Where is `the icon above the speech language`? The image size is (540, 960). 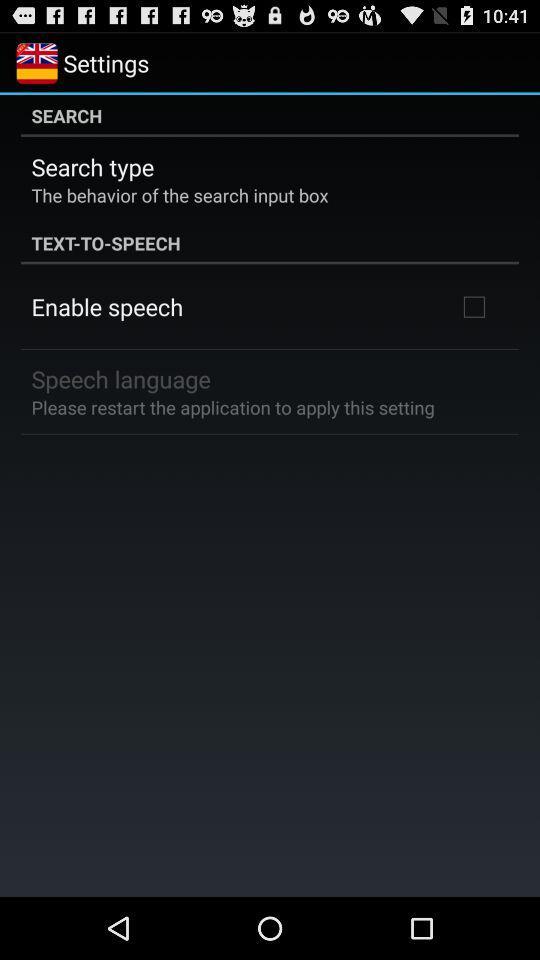
the icon above the speech language is located at coordinates (107, 306).